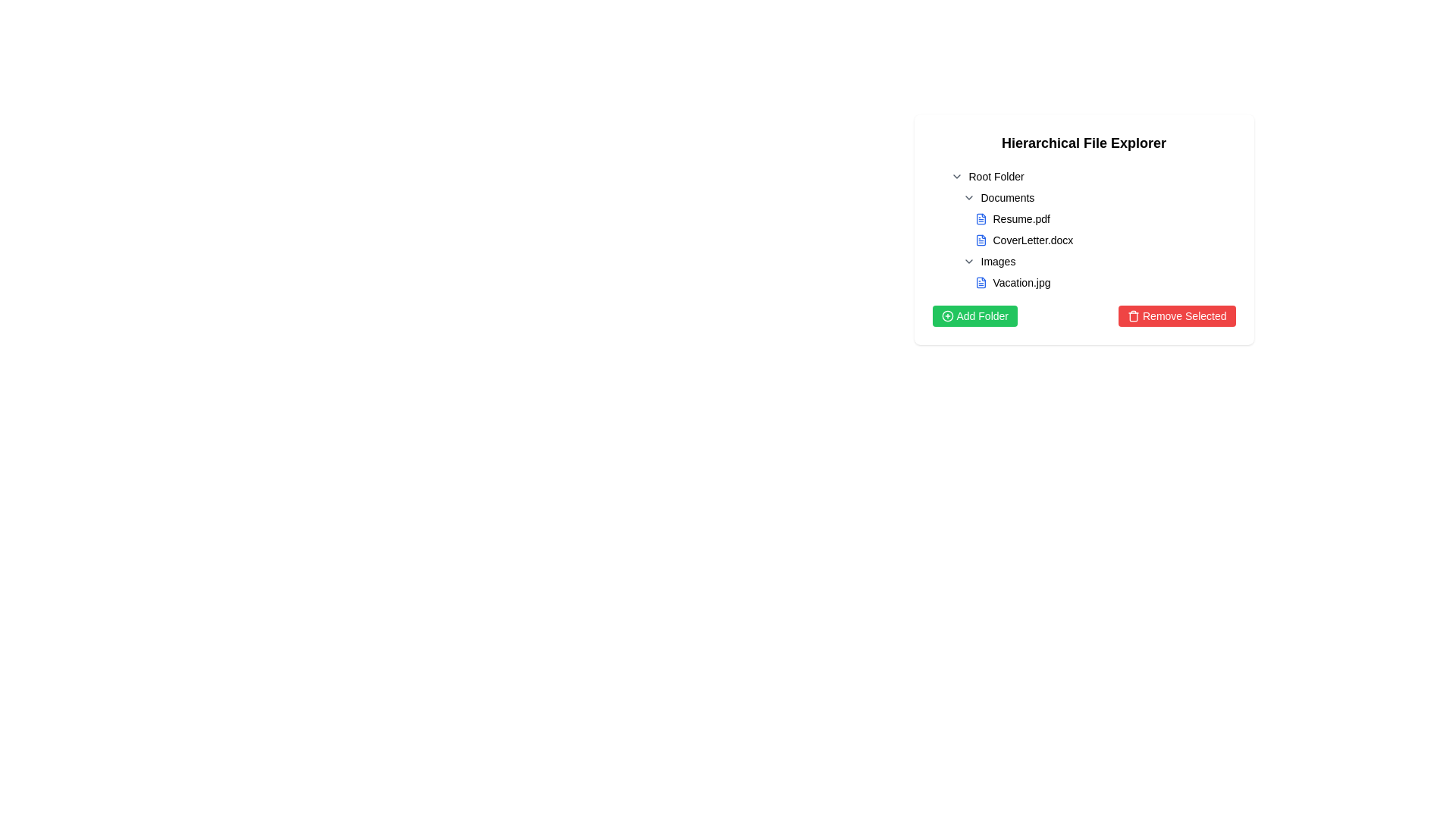 The height and width of the screenshot is (819, 1456). Describe the element at coordinates (1176, 315) in the screenshot. I see `the remove button located at the bottom right of the file explorer UI` at that location.